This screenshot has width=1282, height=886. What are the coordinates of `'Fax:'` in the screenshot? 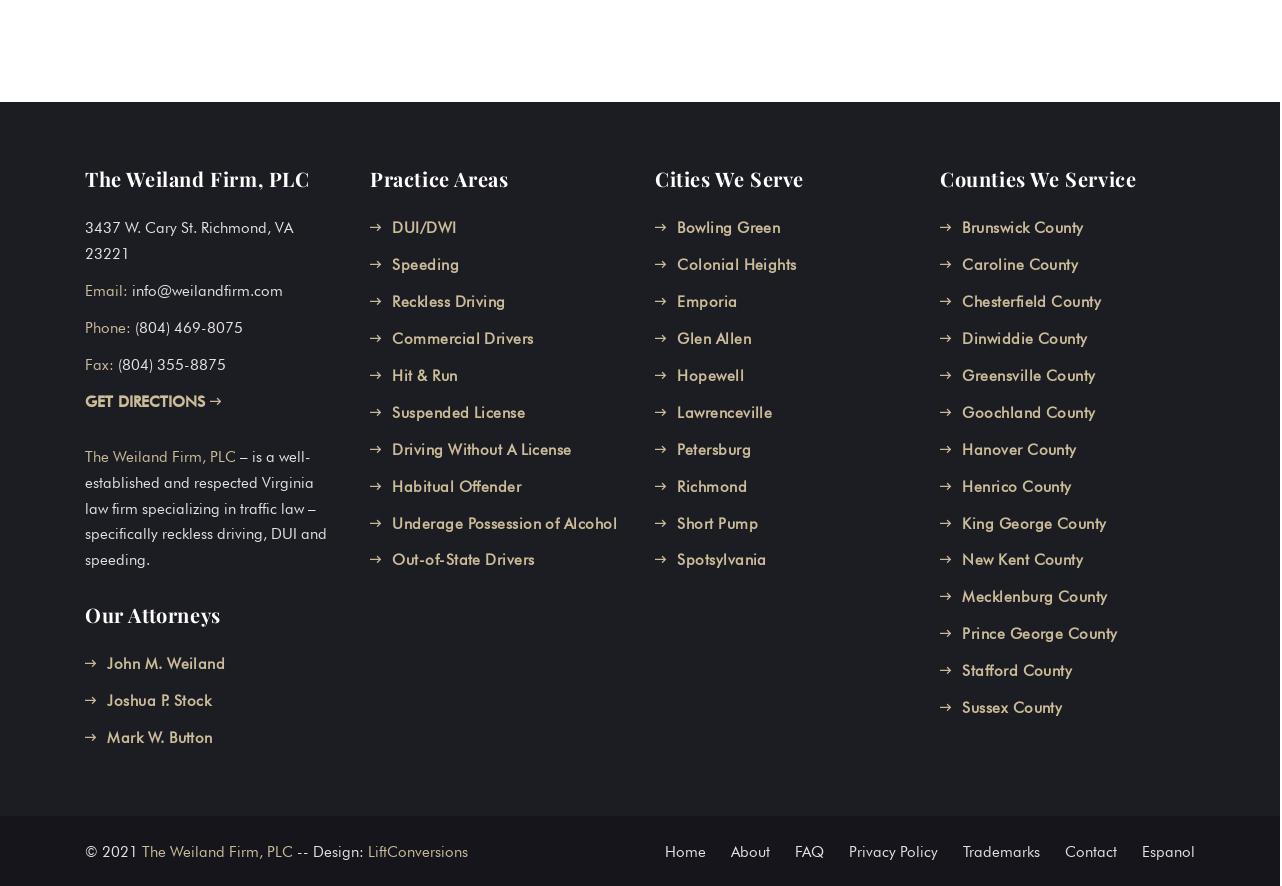 It's located at (84, 363).